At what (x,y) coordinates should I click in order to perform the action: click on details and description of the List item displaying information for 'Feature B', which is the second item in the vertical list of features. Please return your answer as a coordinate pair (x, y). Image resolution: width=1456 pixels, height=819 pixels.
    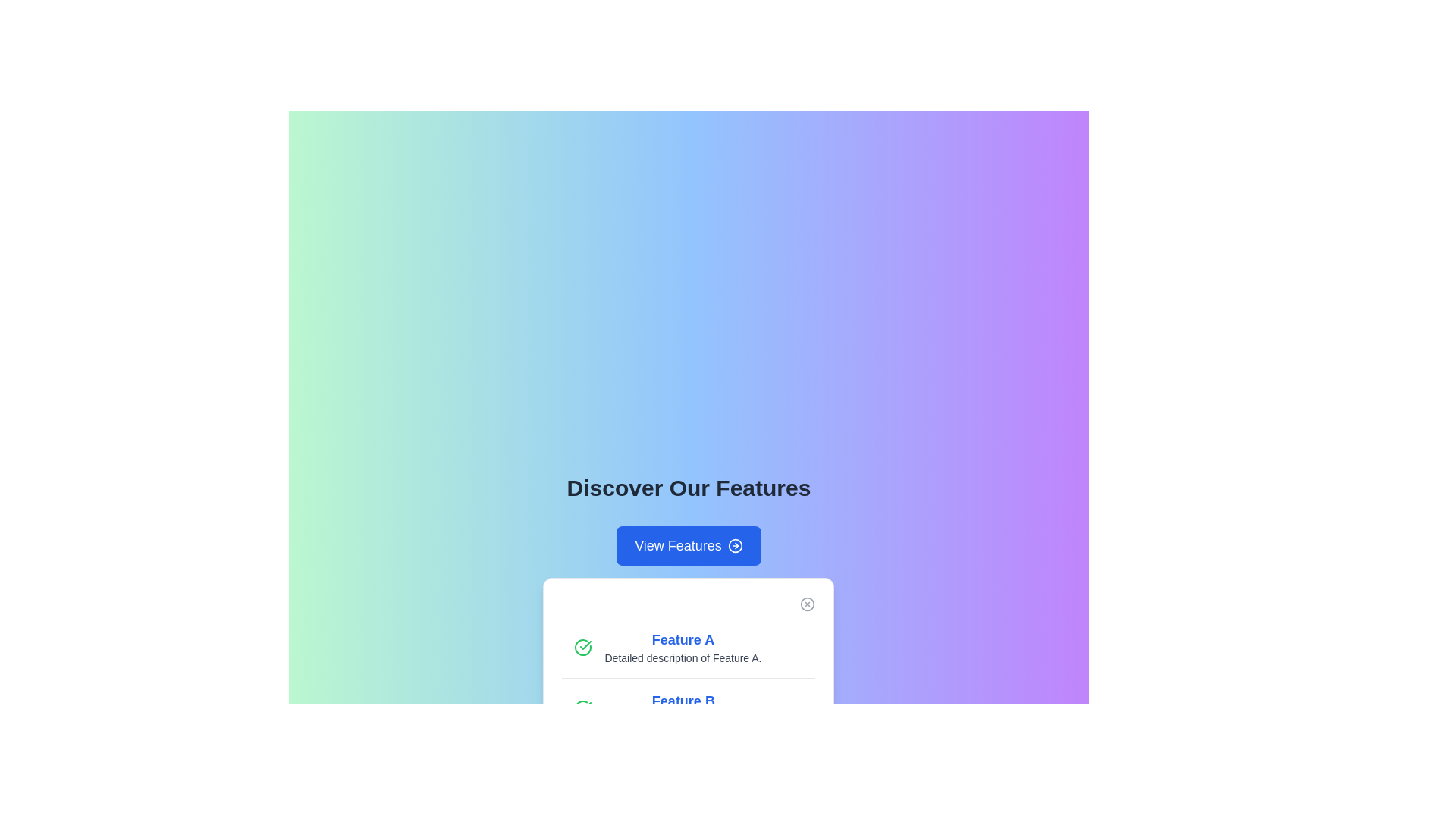
    Looking at the image, I should click on (688, 709).